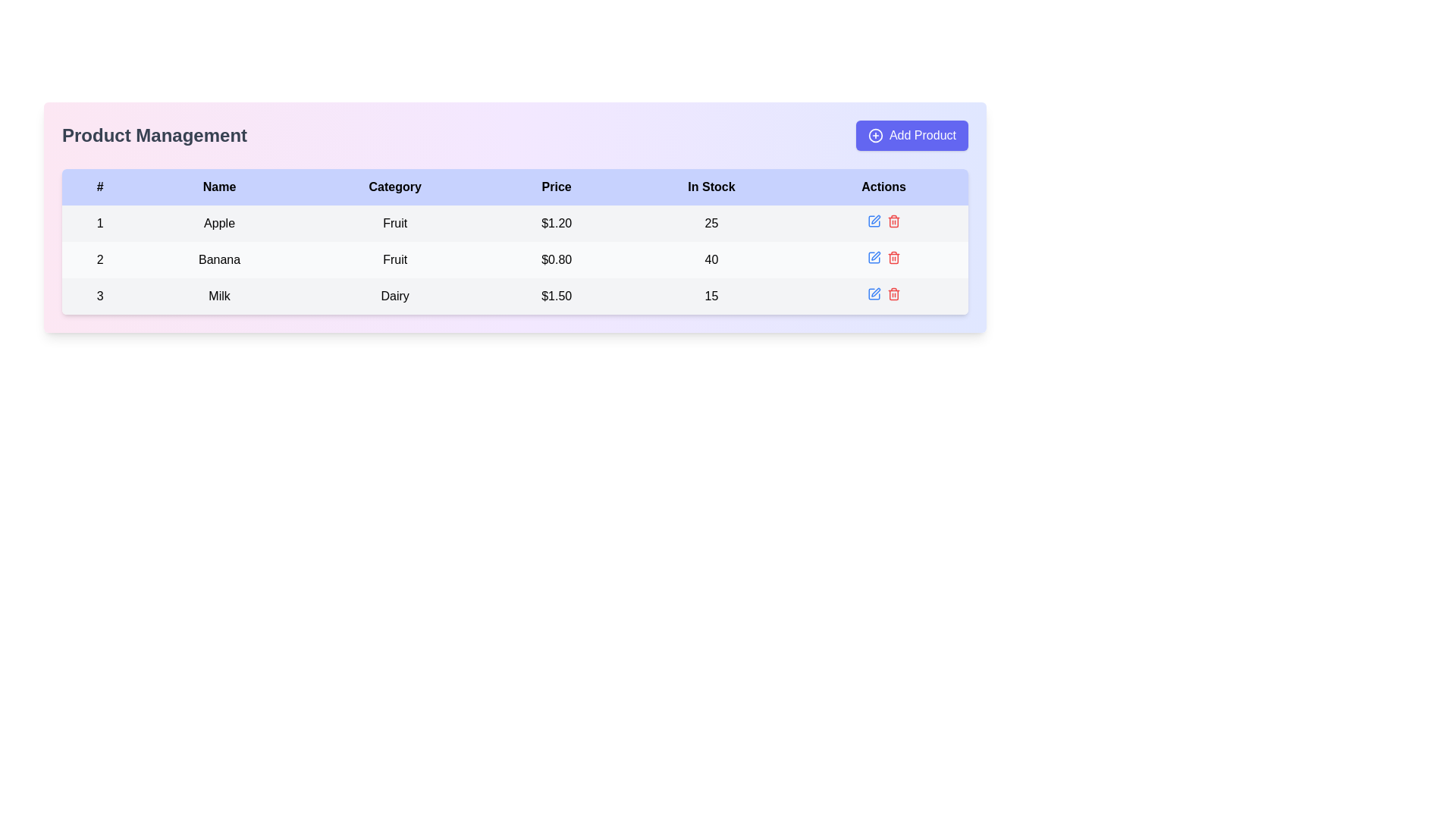 The height and width of the screenshot is (819, 1456). Describe the element at coordinates (875, 134) in the screenshot. I see `properties of the 'Add Product' button icon located at the top-right corner of the interface with a purple background` at that location.